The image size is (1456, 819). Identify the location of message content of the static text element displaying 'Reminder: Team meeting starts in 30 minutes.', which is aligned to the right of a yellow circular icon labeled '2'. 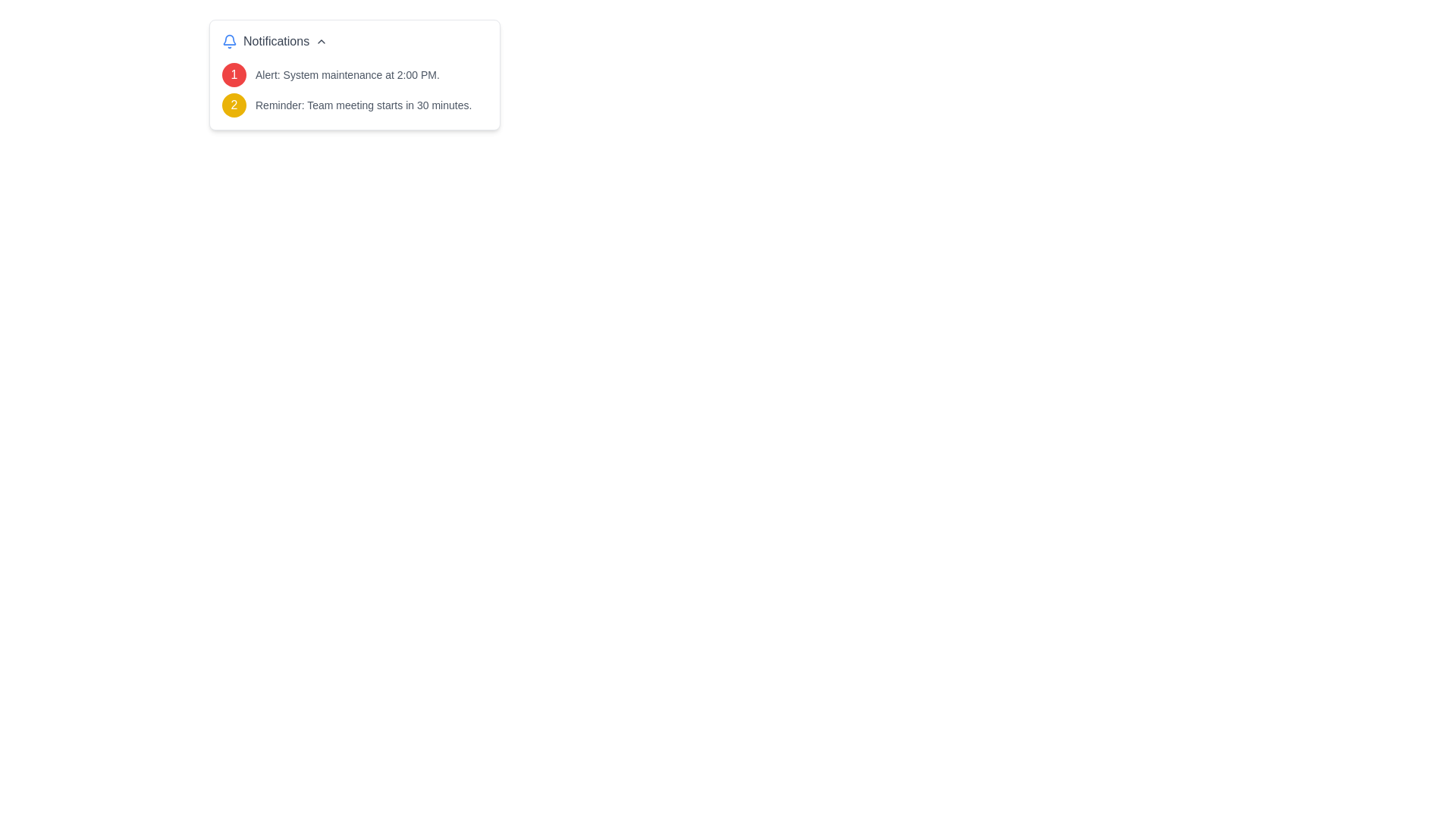
(362, 104).